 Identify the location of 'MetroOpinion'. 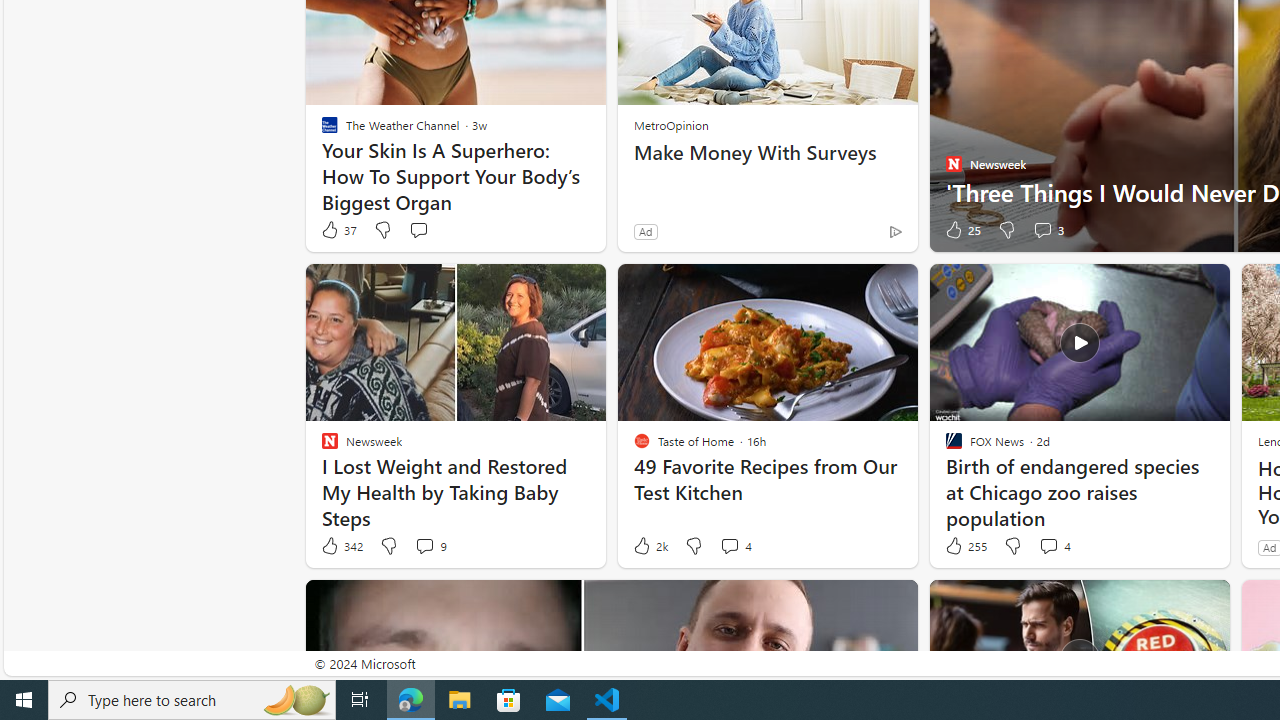
(671, 124).